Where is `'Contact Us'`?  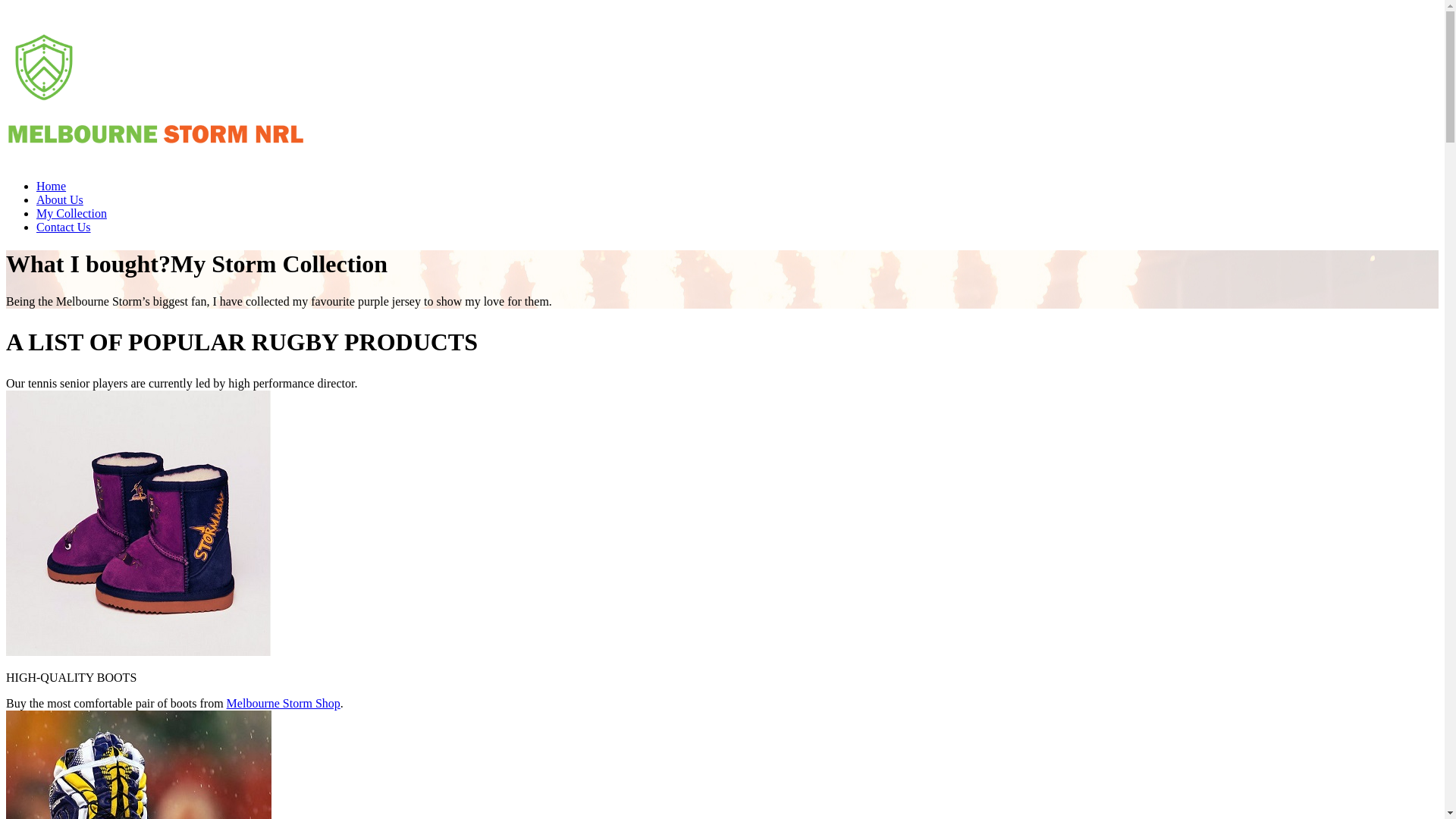
'Contact Us' is located at coordinates (62, 227).